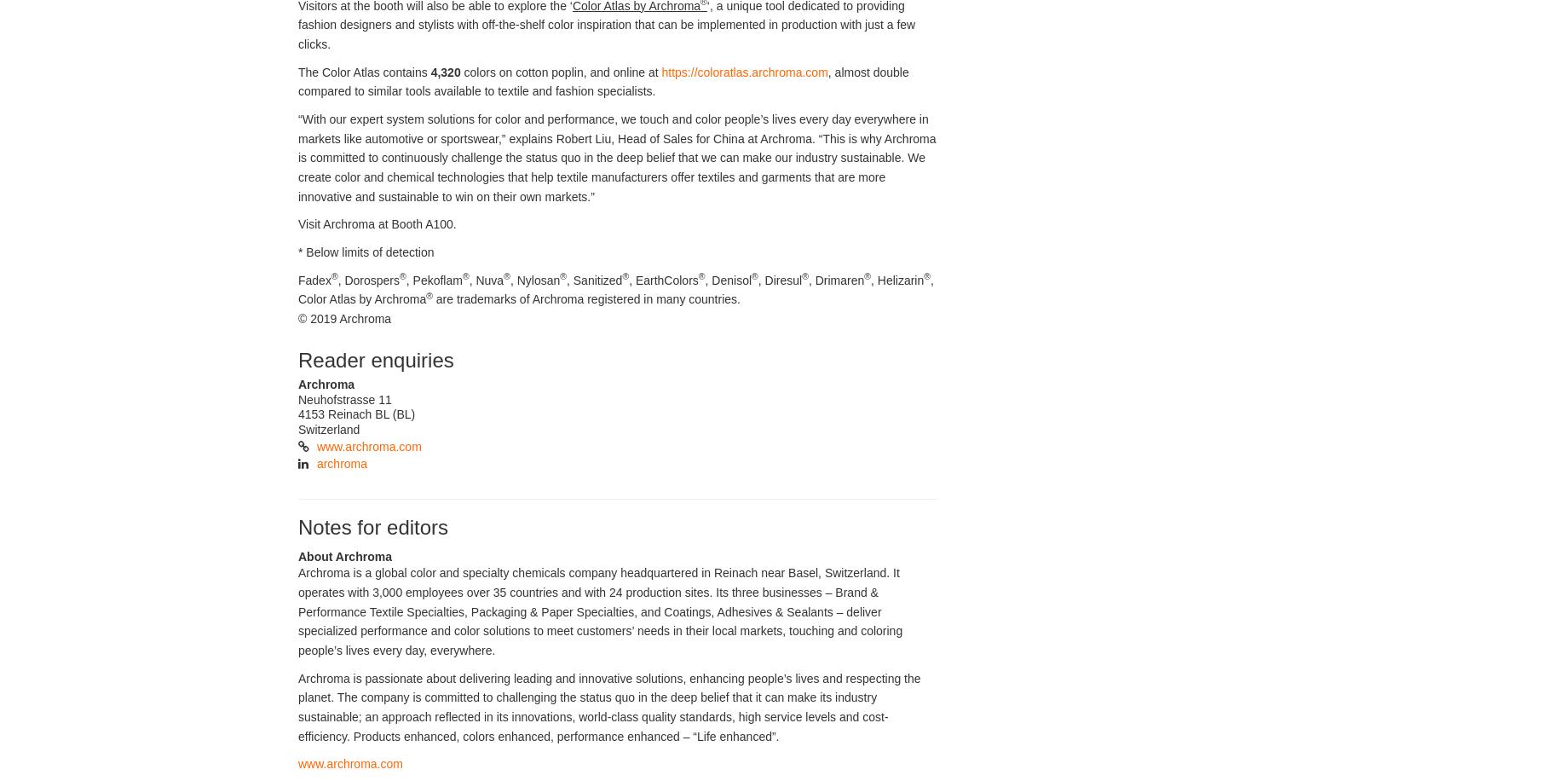 This screenshot has width=1568, height=781. What do you see at coordinates (433, 279) in the screenshot?
I see `', Pekoflam'` at bounding box center [433, 279].